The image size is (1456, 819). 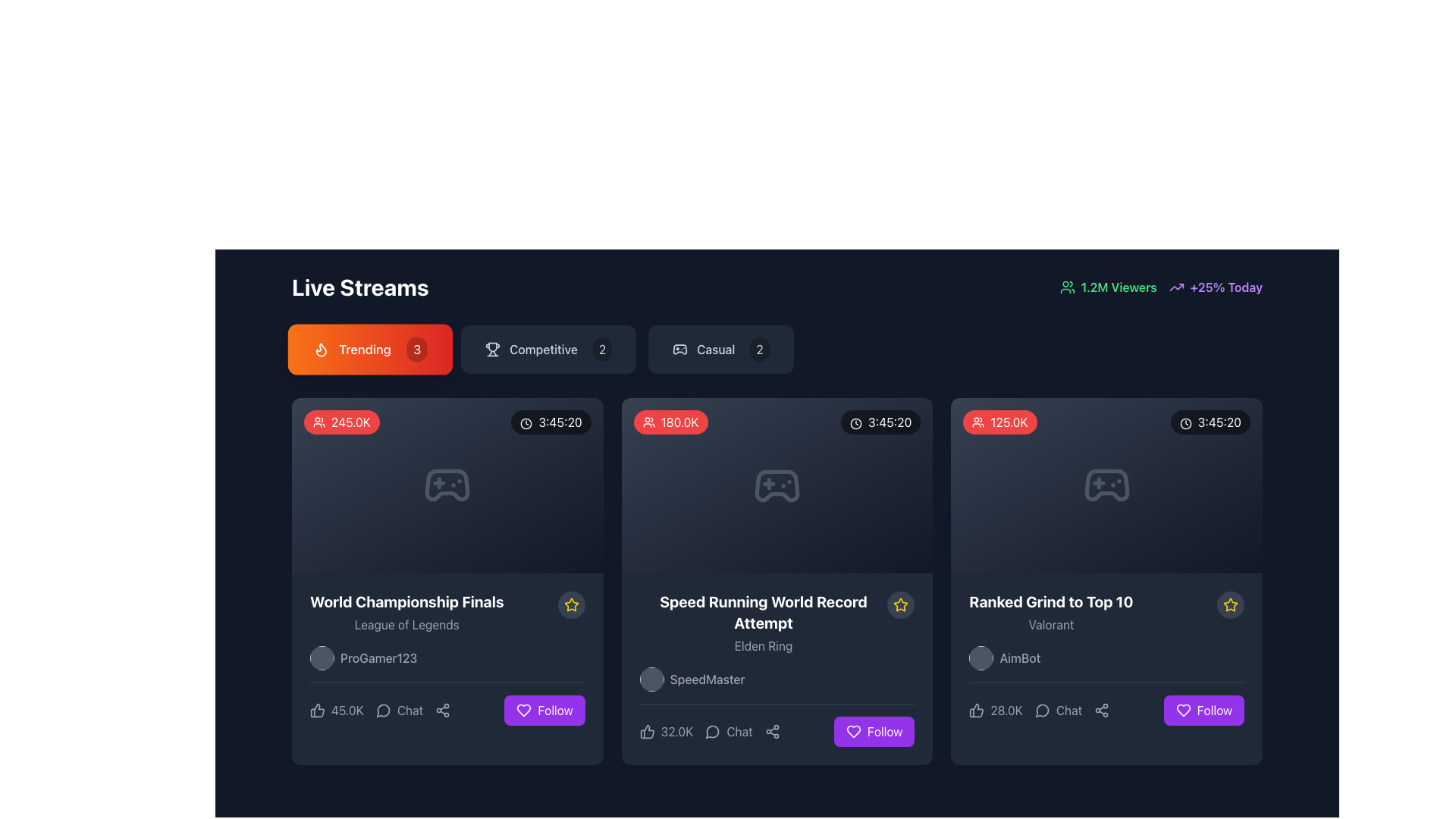 I want to click on the Text label displaying the number of likes or approval votes, located beneath the 'Ranked Grind to Top 10' card in the third column of the 'Live Streams' section, to the right of the thumbs-up icon, so click(x=1006, y=711).